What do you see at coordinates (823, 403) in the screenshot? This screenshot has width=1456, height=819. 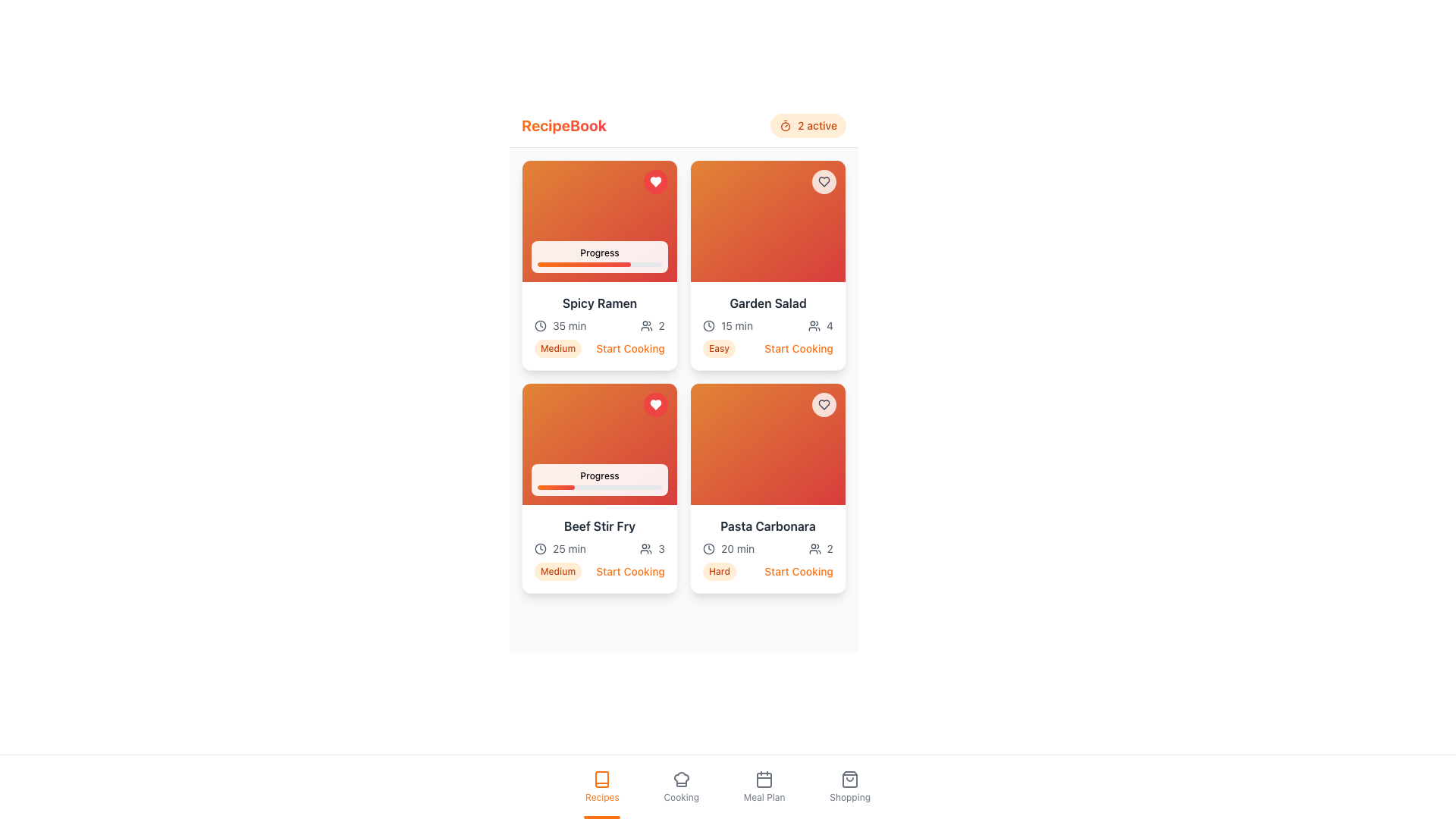 I see `the circular favorite button with a dark heart icon located at the top-right corner of the 'Pasta Carbonara' card` at bounding box center [823, 403].